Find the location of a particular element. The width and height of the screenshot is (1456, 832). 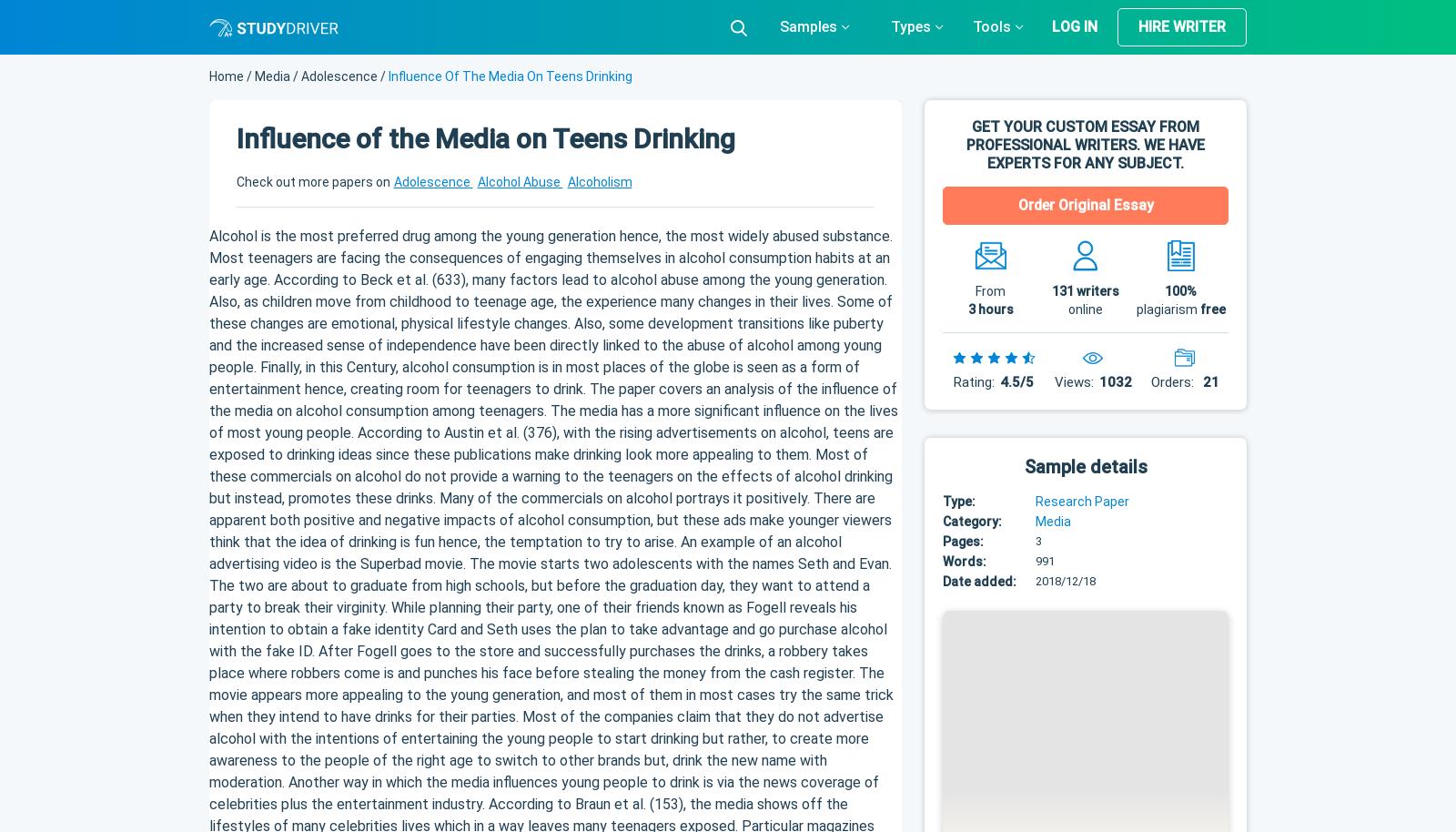

'3' is located at coordinates (1038, 540).